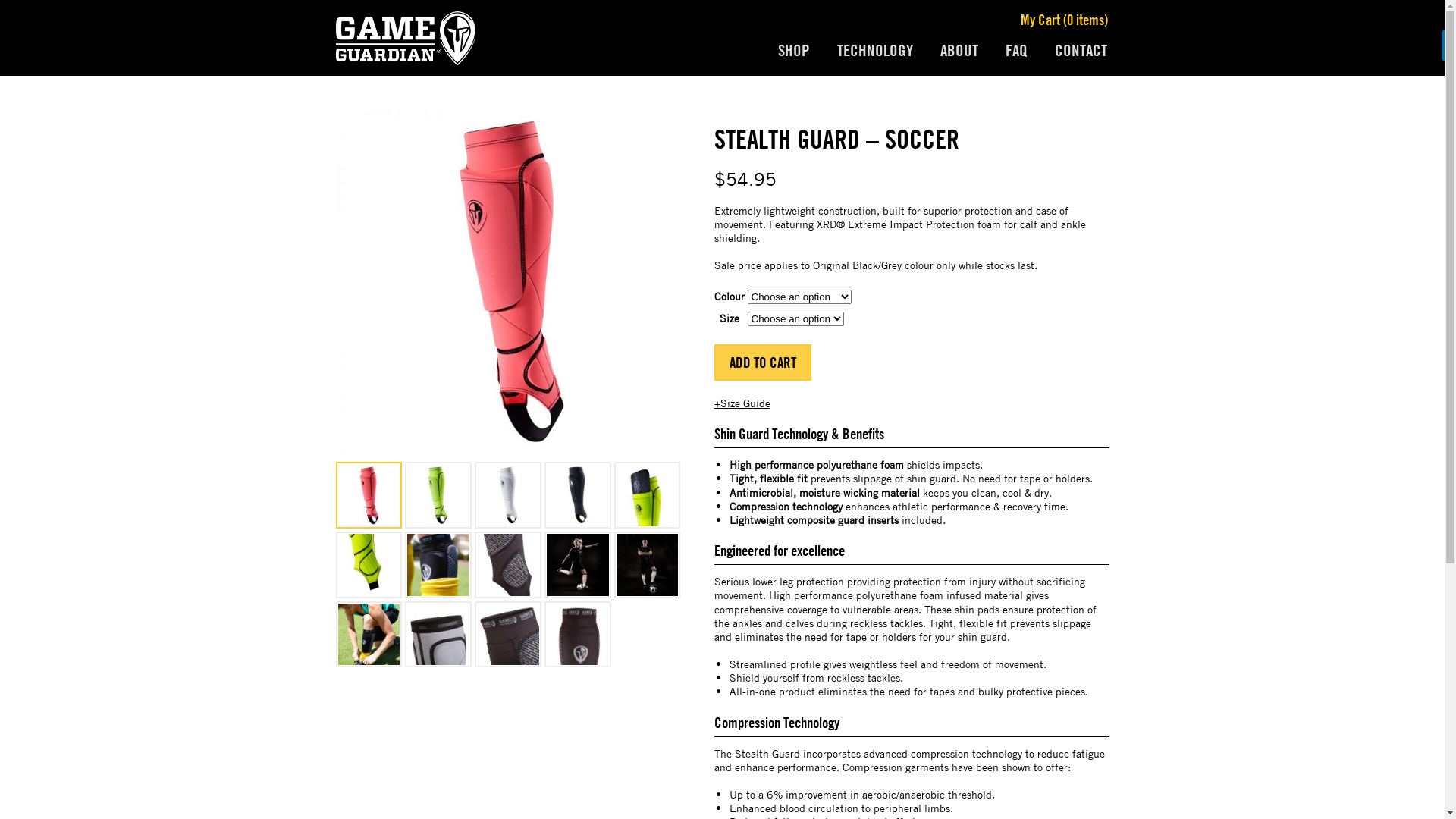 The height and width of the screenshot is (819, 1456). What do you see at coordinates (959, 49) in the screenshot?
I see `'ABOUT'` at bounding box center [959, 49].